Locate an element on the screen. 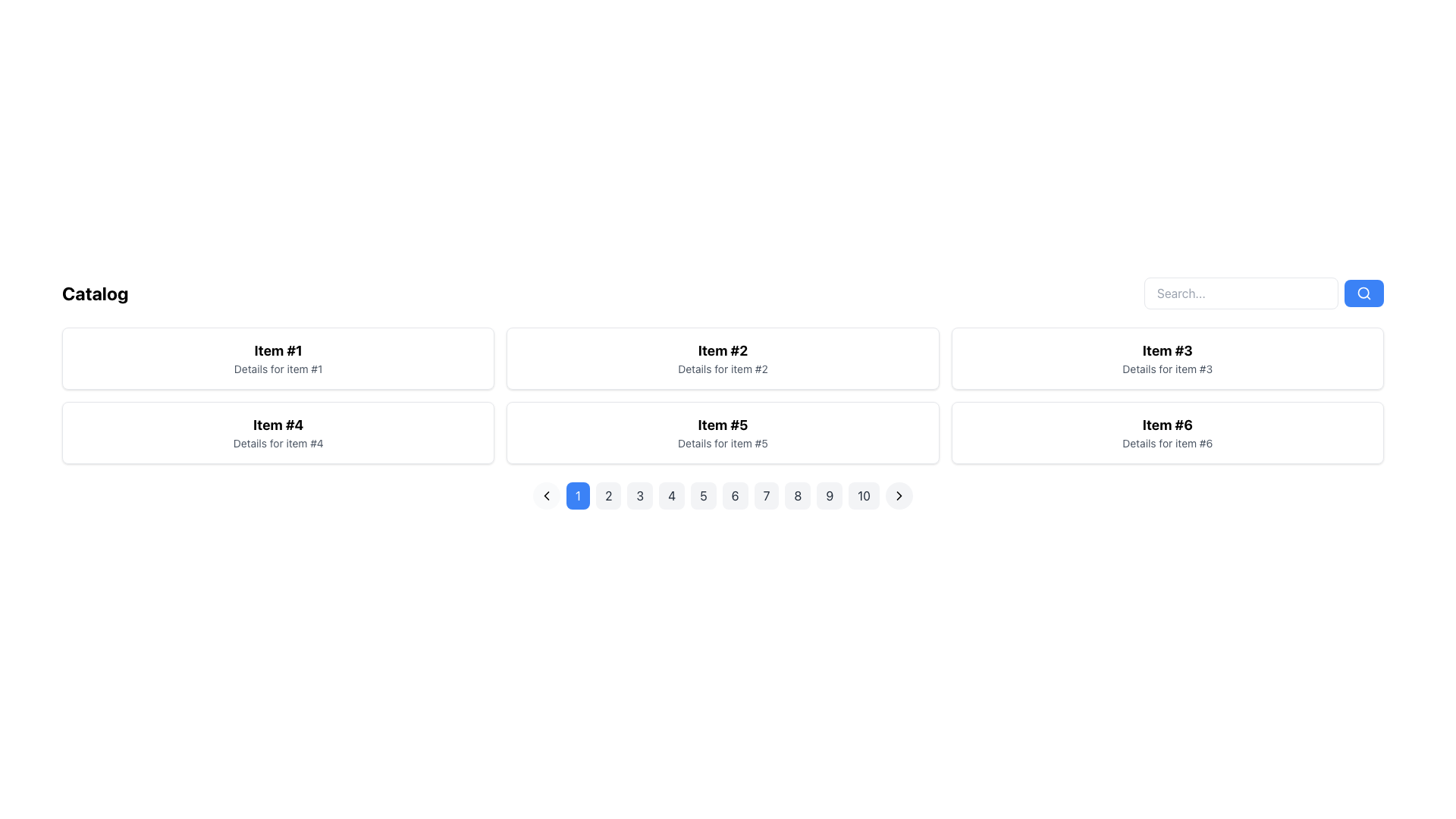 The width and height of the screenshot is (1456, 819). the card containing the header 'Item #2' with a bordered and rounded outline, located in the top row, middle column of the grid layout is located at coordinates (722, 359).